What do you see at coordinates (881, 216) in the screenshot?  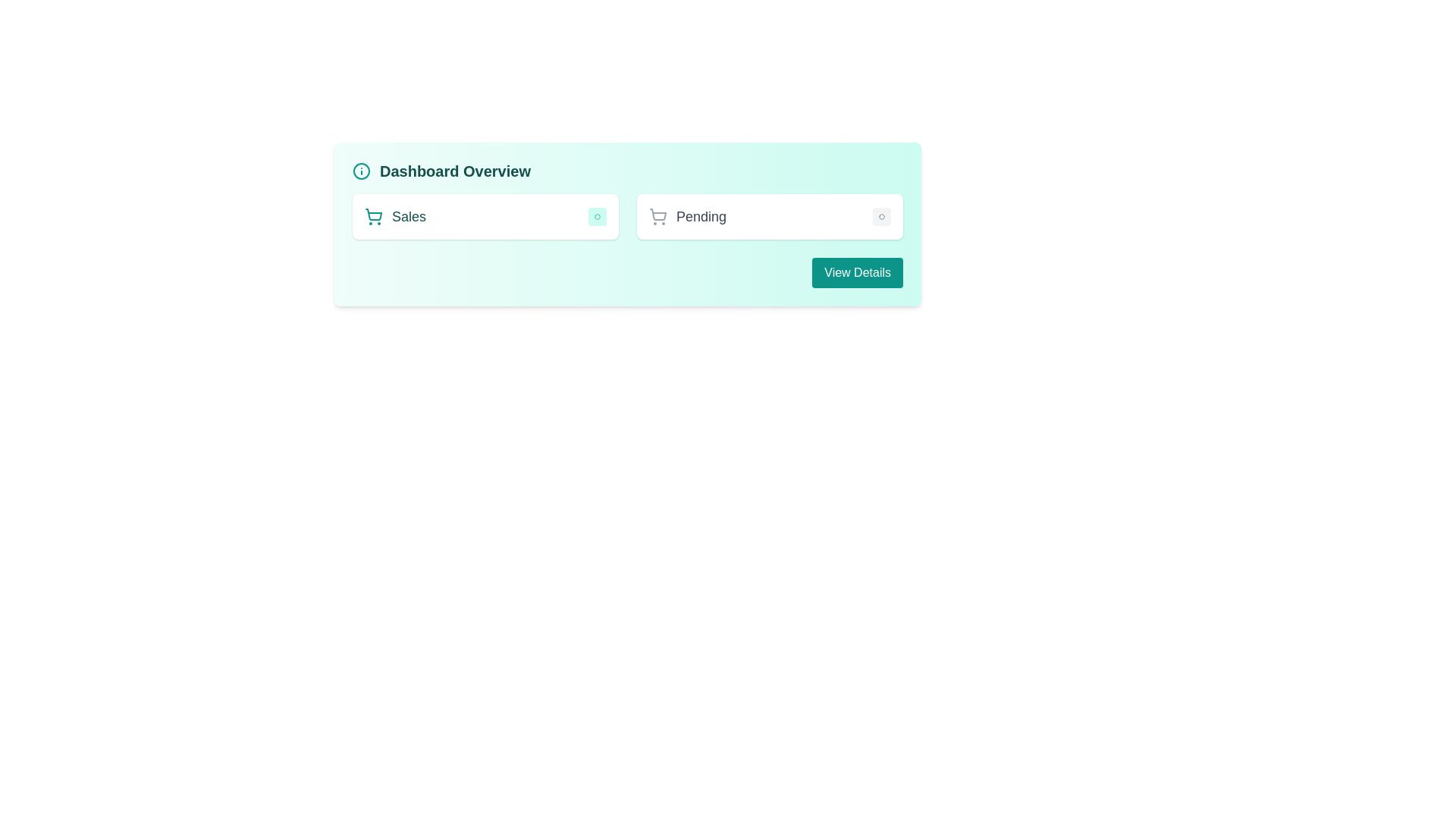 I see `the circular badge labeled 'Inactive' with a gray background, located in the top-right quadrant of the dashboard card, adjacent to the 'Pending' label` at bounding box center [881, 216].